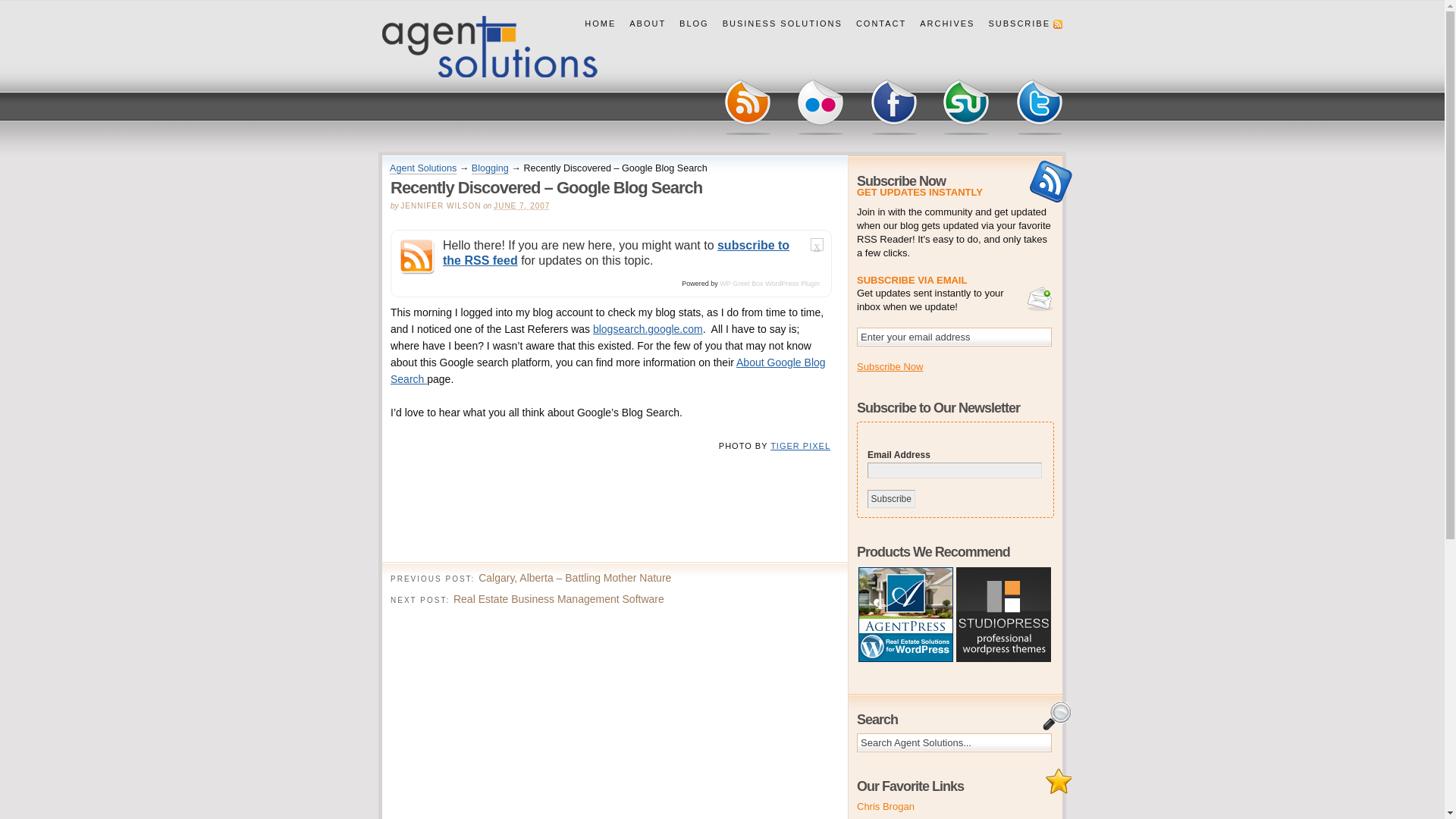 The image size is (1456, 819). I want to click on 'Blogging', so click(471, 168).